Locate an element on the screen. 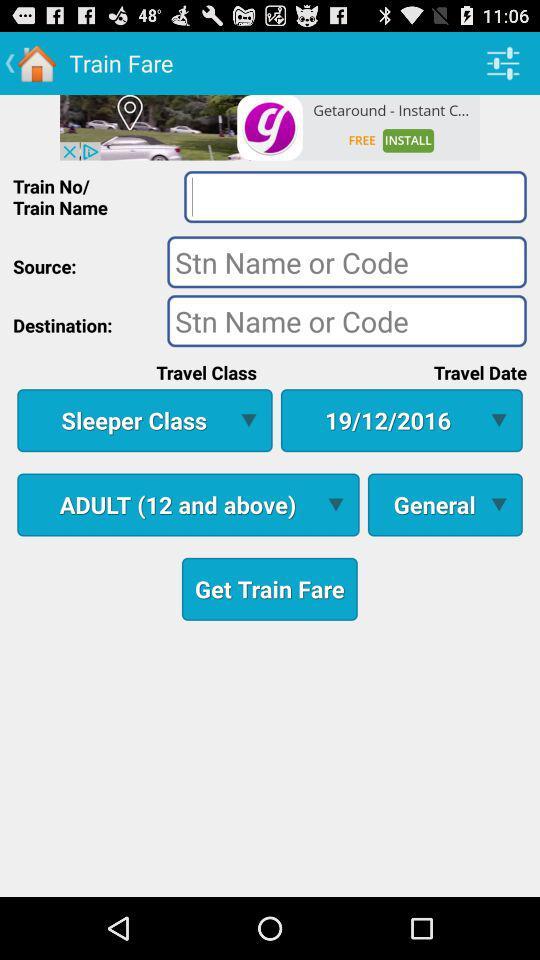  data entry field is located at coordinates (346, 320).